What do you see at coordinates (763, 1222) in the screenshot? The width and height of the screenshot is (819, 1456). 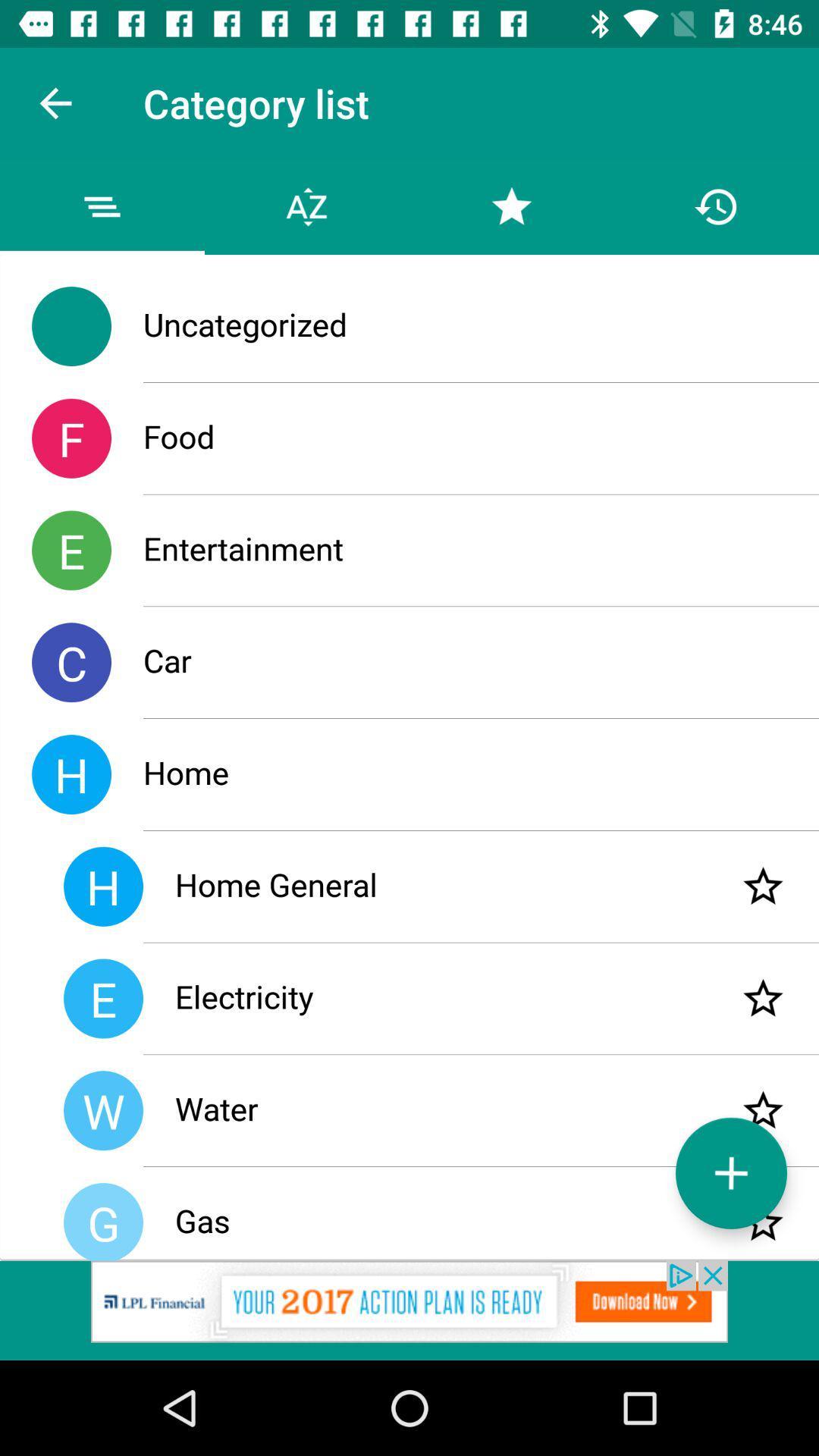 I see `bookmark item` at bounding box center [763, 1222].